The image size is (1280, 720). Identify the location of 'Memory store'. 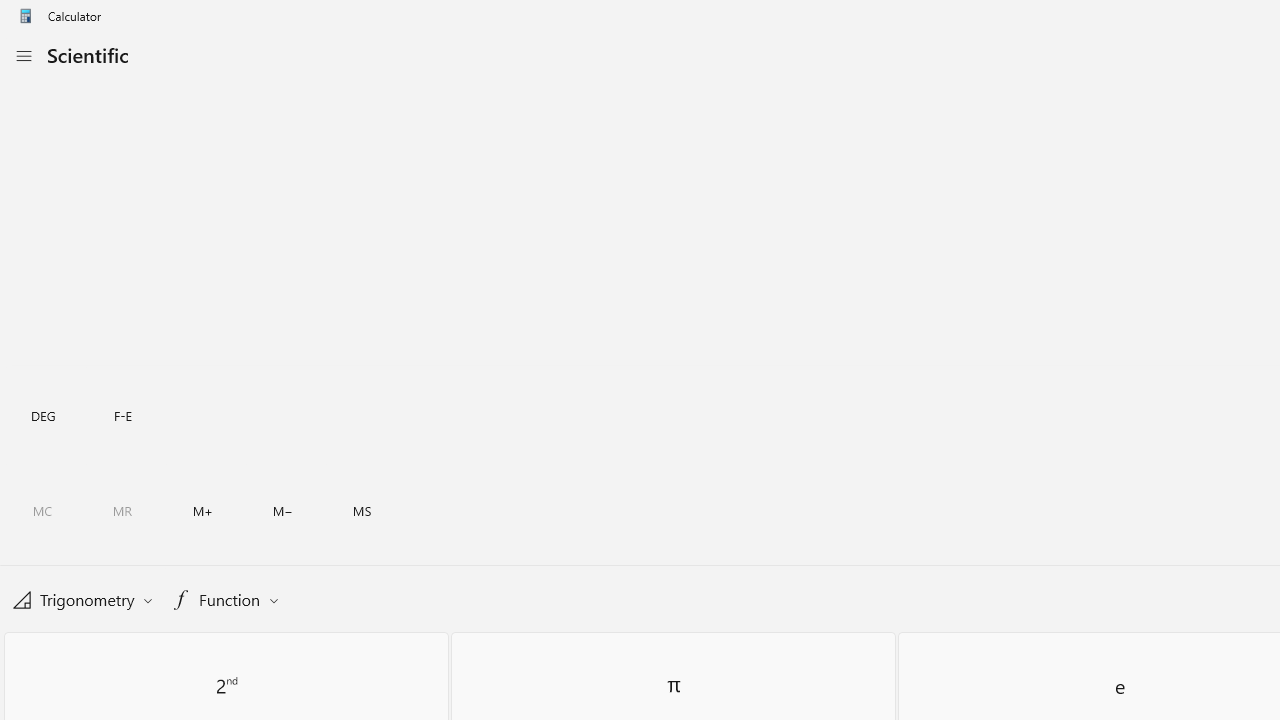
(362, 510).